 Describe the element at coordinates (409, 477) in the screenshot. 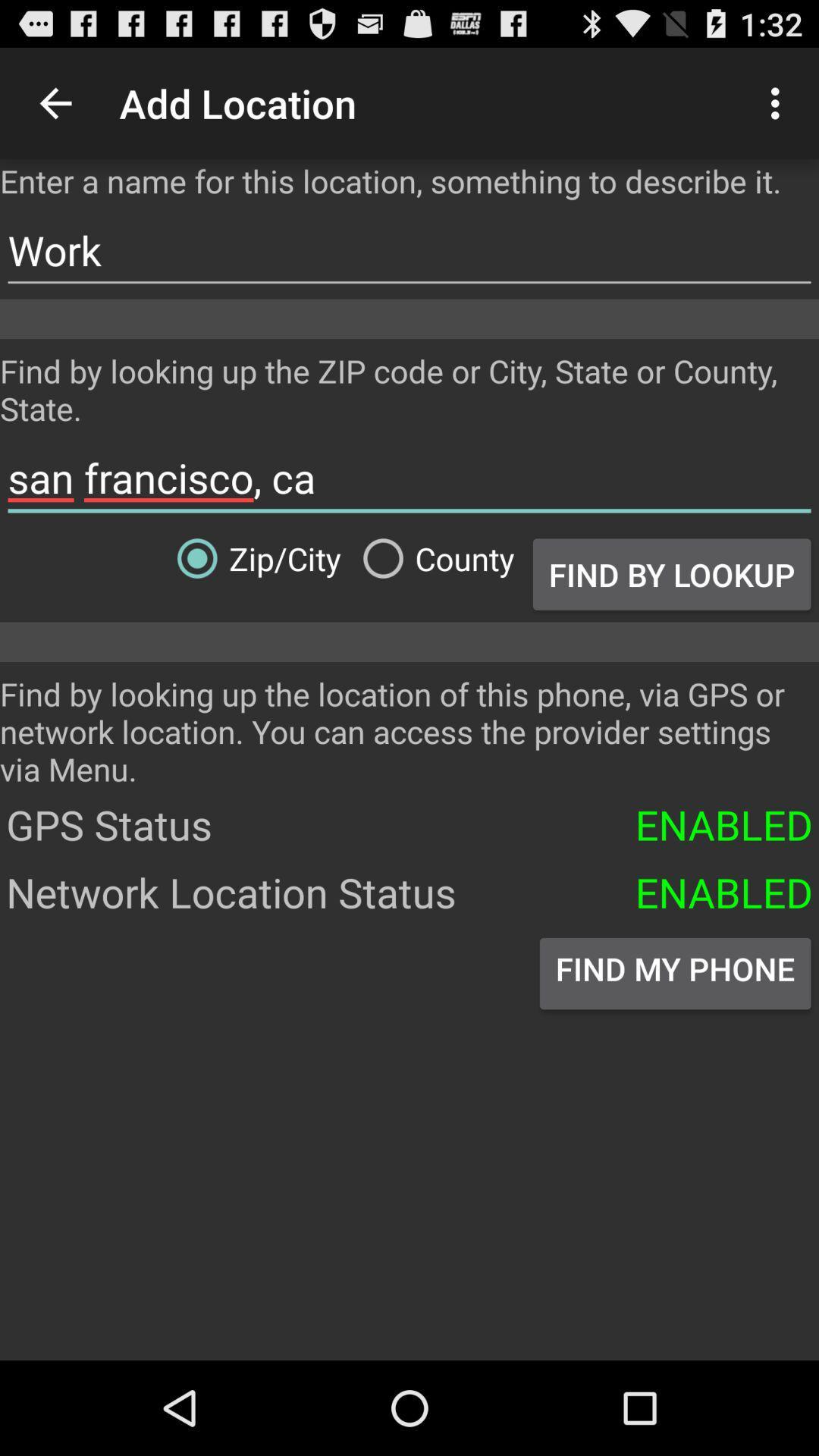

I see `san francisco, ca item` at that location.